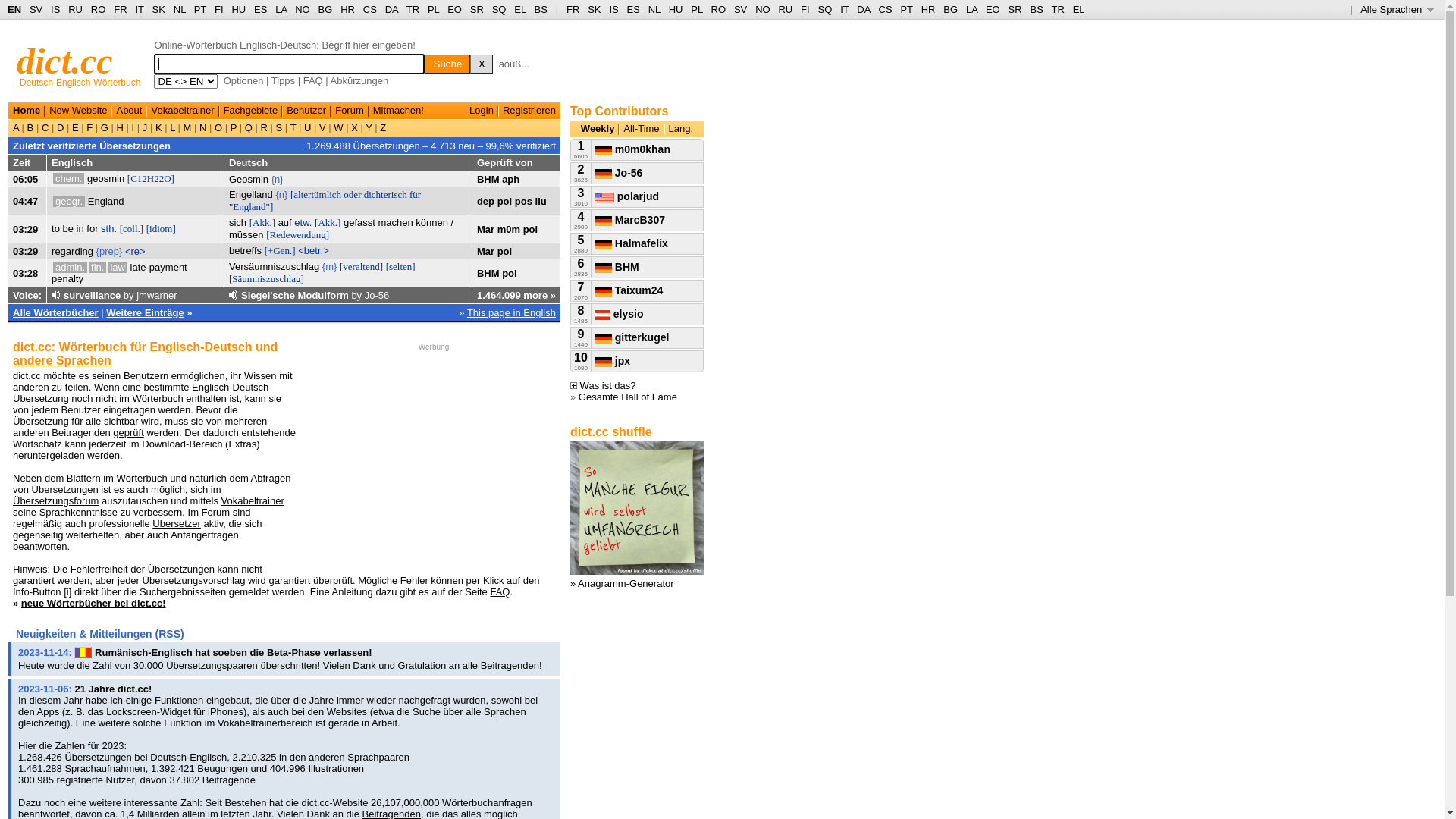 Image resolution: width=1456 pixels, height=819 pixels. What do you see at coordinates (25, 271) in the screenshot?
I see `'03:28'` at bounding box center [25, 271].